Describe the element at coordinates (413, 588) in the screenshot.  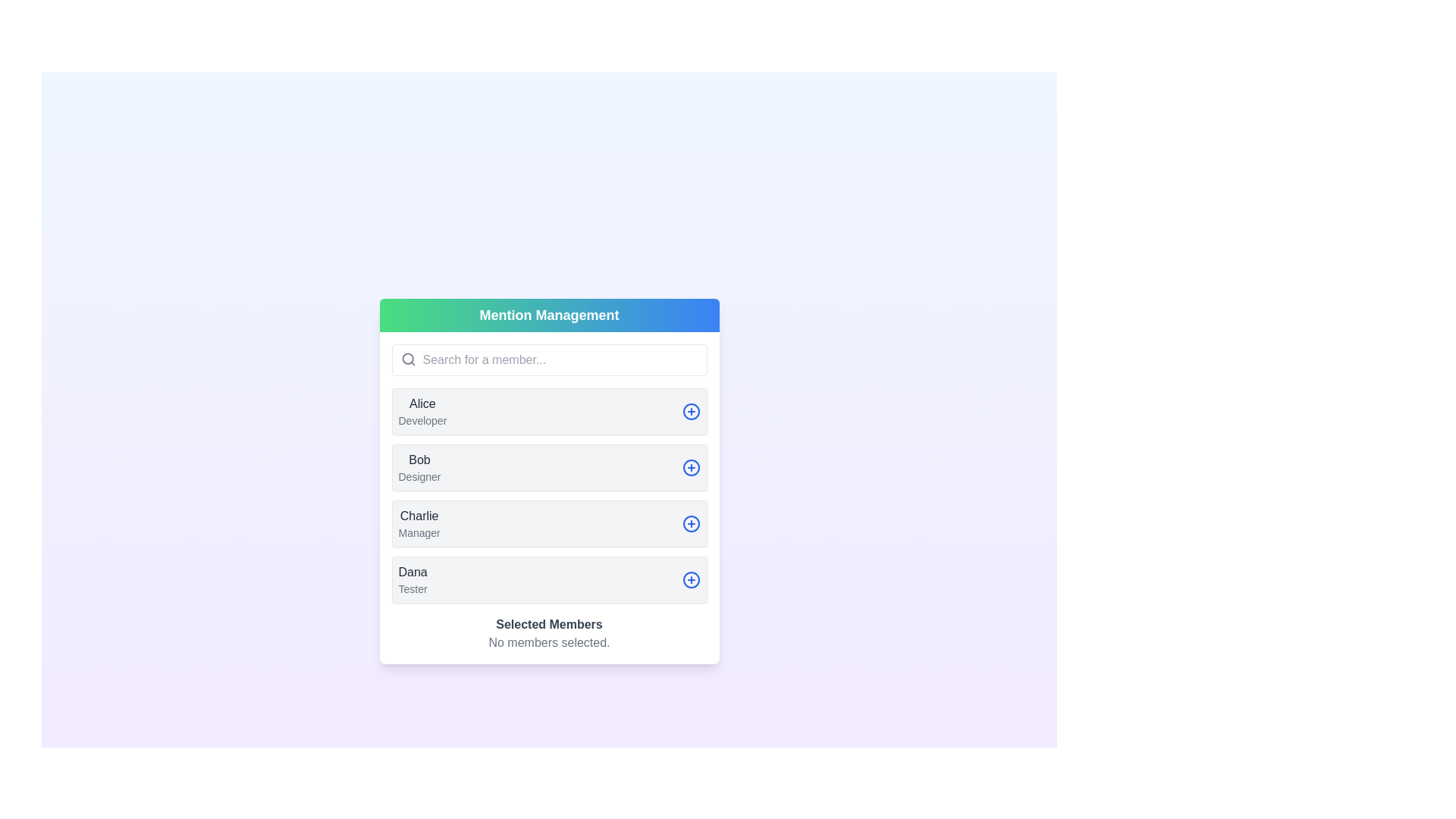
I see `the text label displaying 'Tester' located underneath the name 'Dana' in the 'Mention Management' panel` at that location.